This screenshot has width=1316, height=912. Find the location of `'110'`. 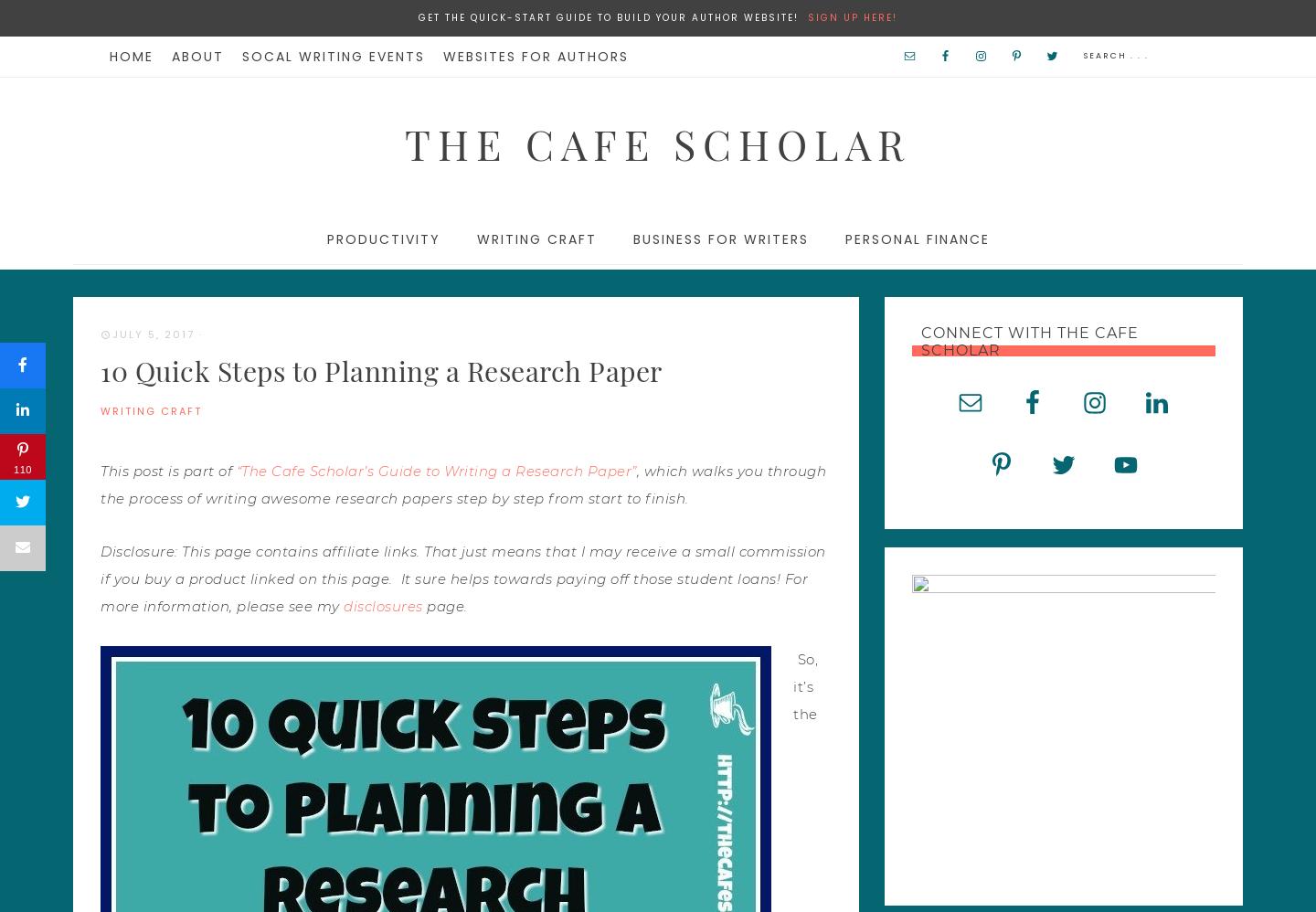

'110' is located at coordinates (21, 468).